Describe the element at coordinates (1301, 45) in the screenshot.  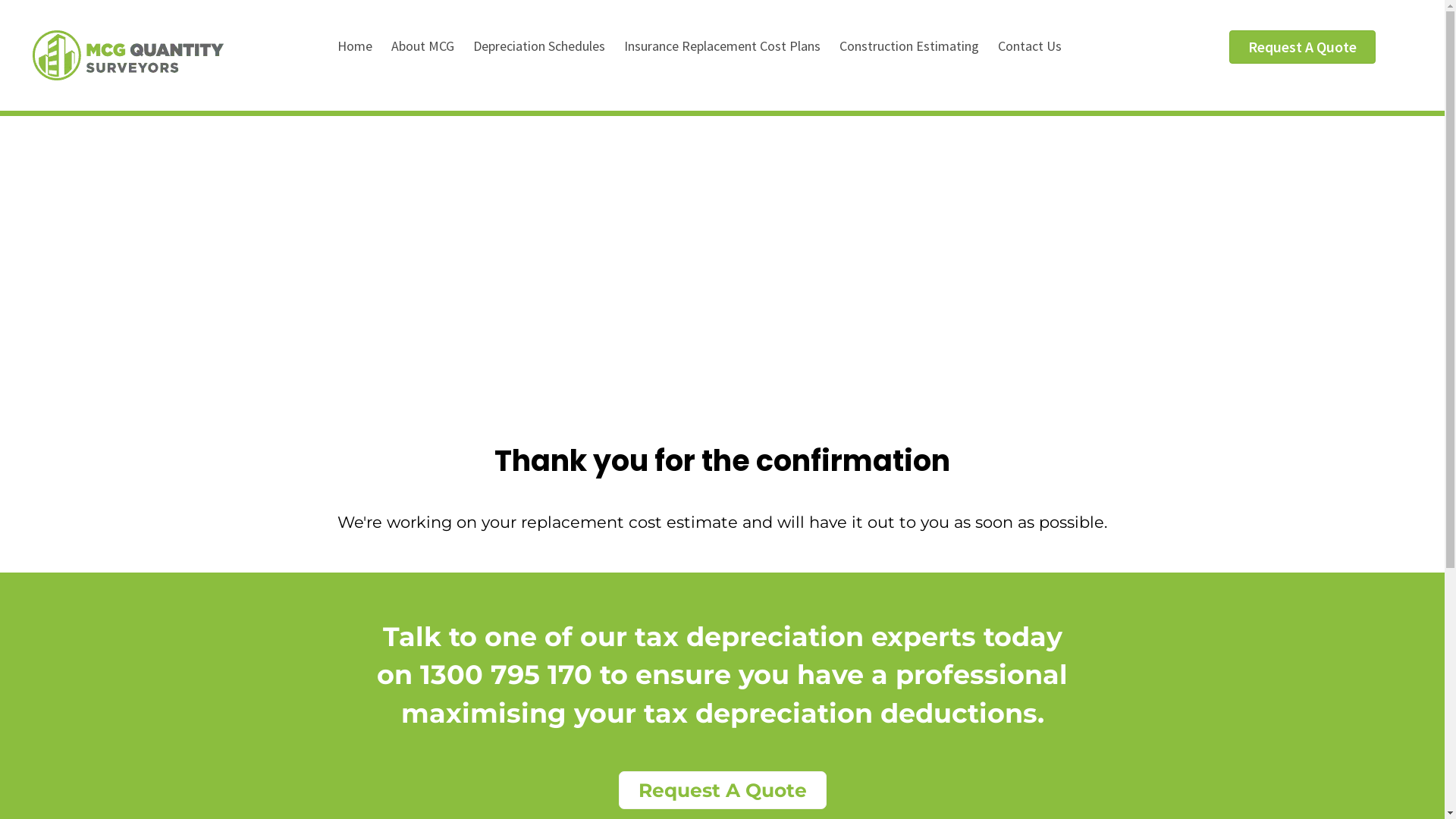
I see `'Request A Quote'` at that location.